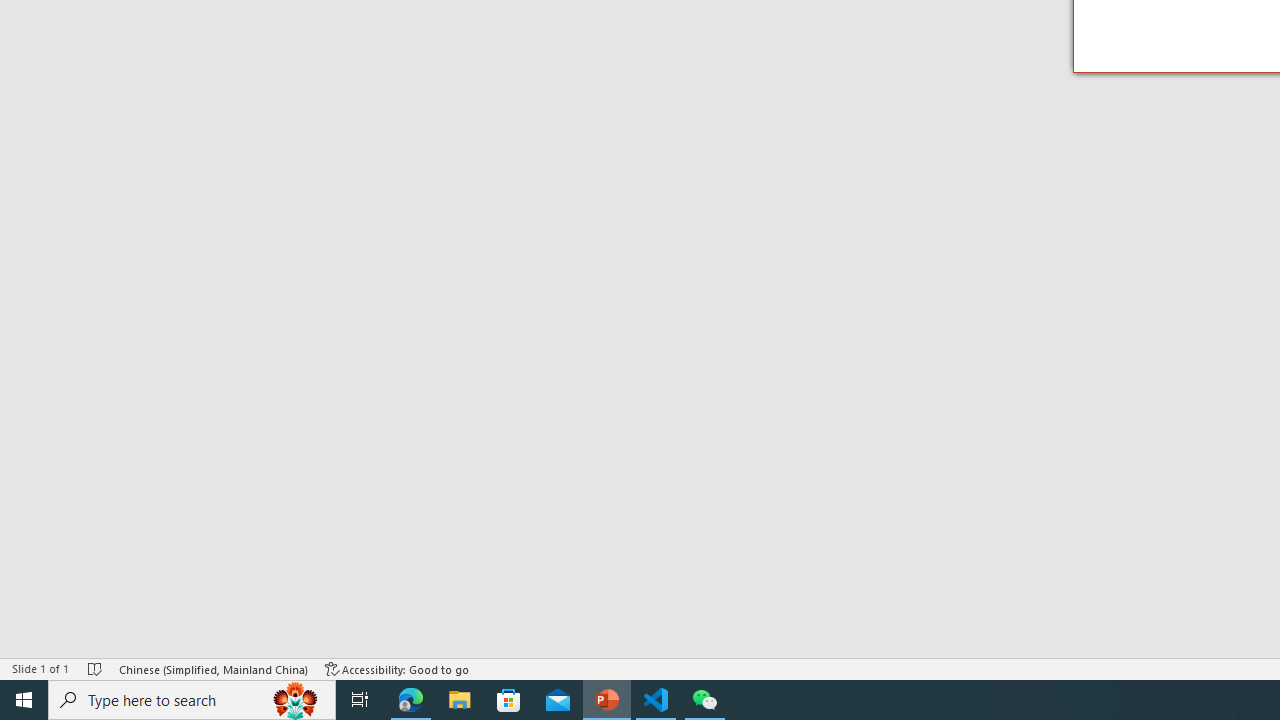 This screenshot has height=720, width=1280. What do you see at coordinates (359, 698) in the screenshot?
I see `'Task View'` at bounding box center [359, 698].